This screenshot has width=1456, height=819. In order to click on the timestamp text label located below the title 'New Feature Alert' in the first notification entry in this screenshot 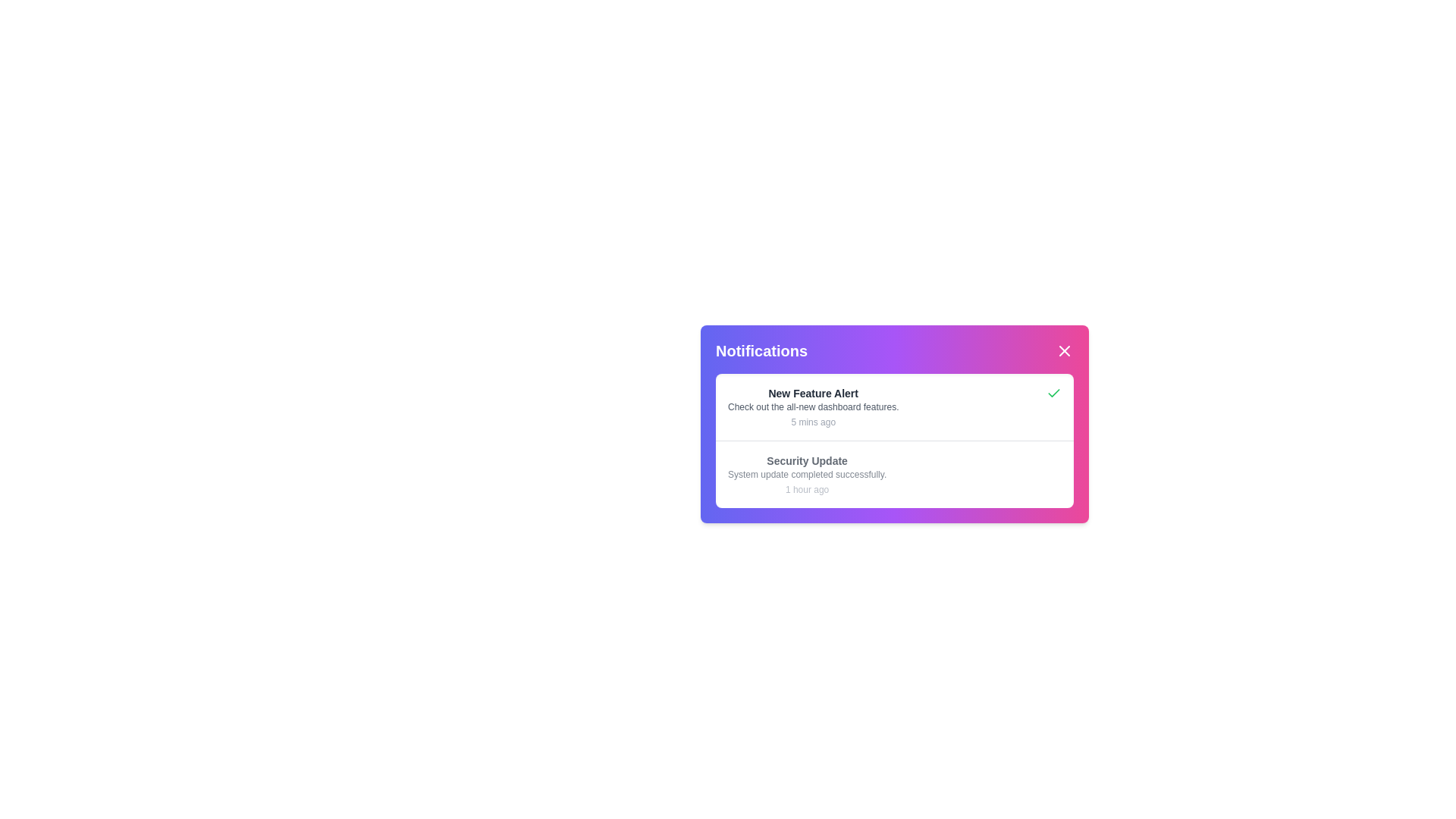, I will do `click(812, 422)`.